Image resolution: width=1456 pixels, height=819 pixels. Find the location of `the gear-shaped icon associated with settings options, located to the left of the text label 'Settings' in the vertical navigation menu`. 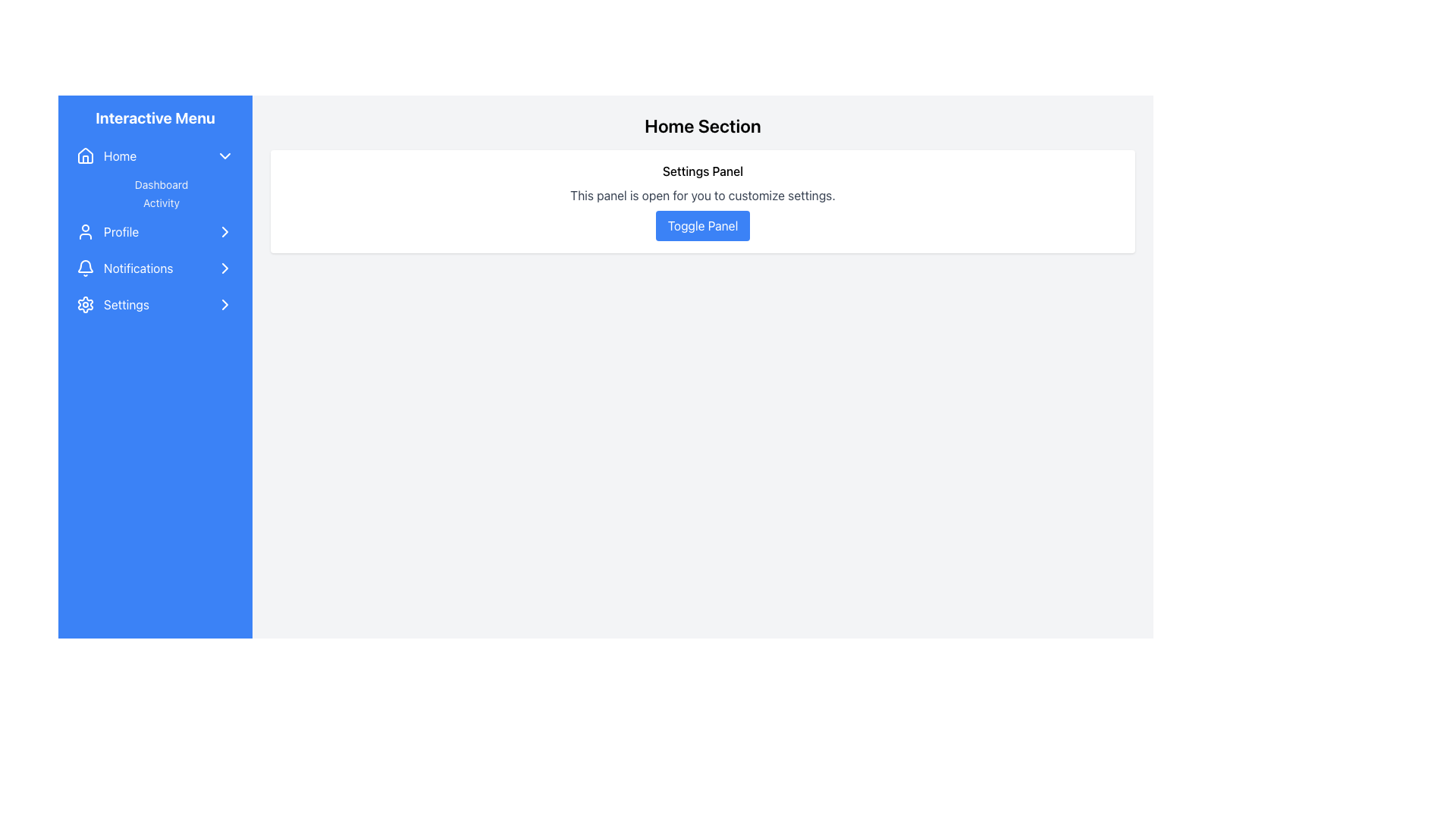

the gear-shaped icon associated with settings options, located to the left of the text label 'Settings' in the vertical navigation menu is located at coordinates (85, 304).